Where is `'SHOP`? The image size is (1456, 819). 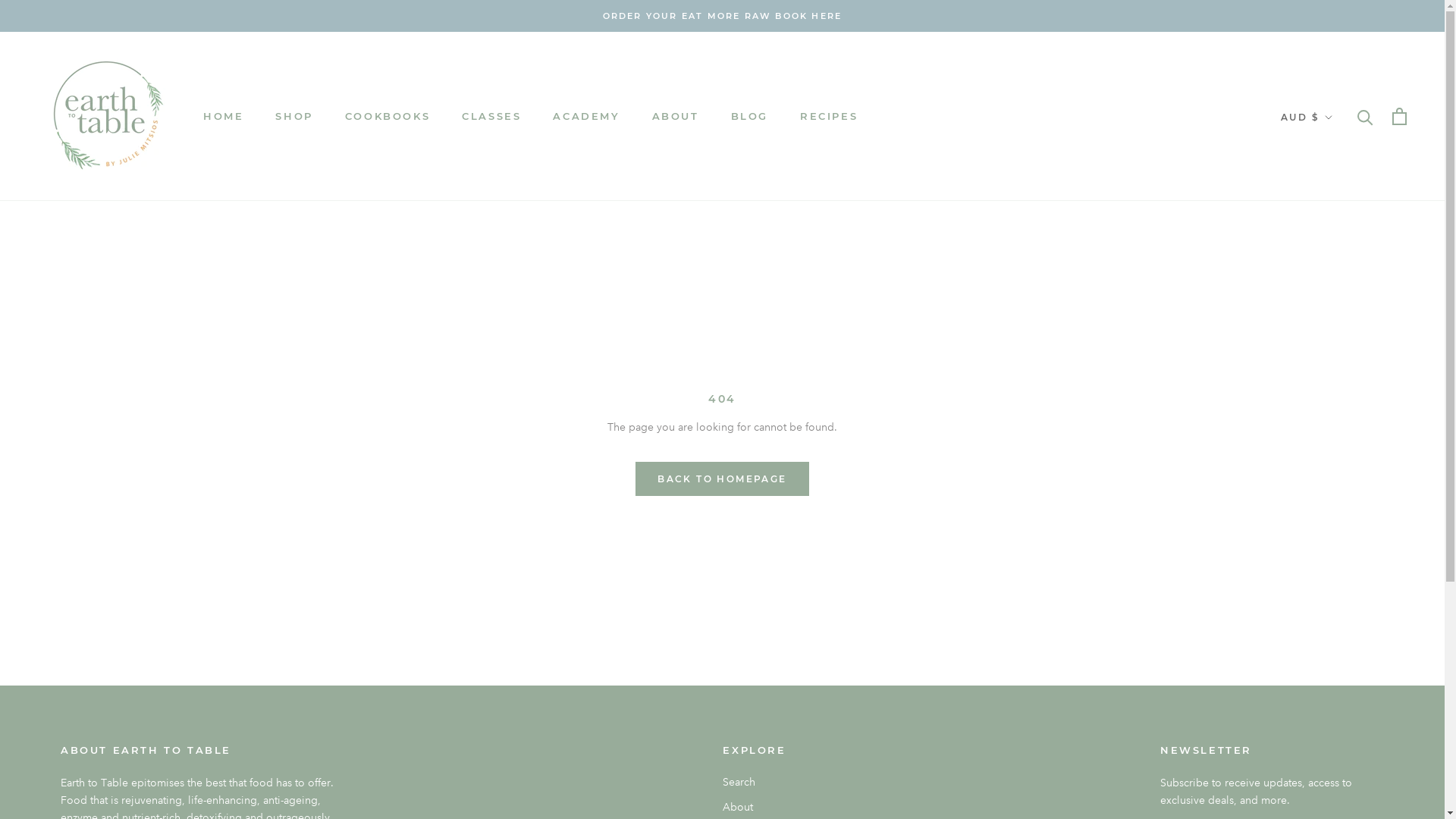 'SHOP is located at coordinates (293, 115).